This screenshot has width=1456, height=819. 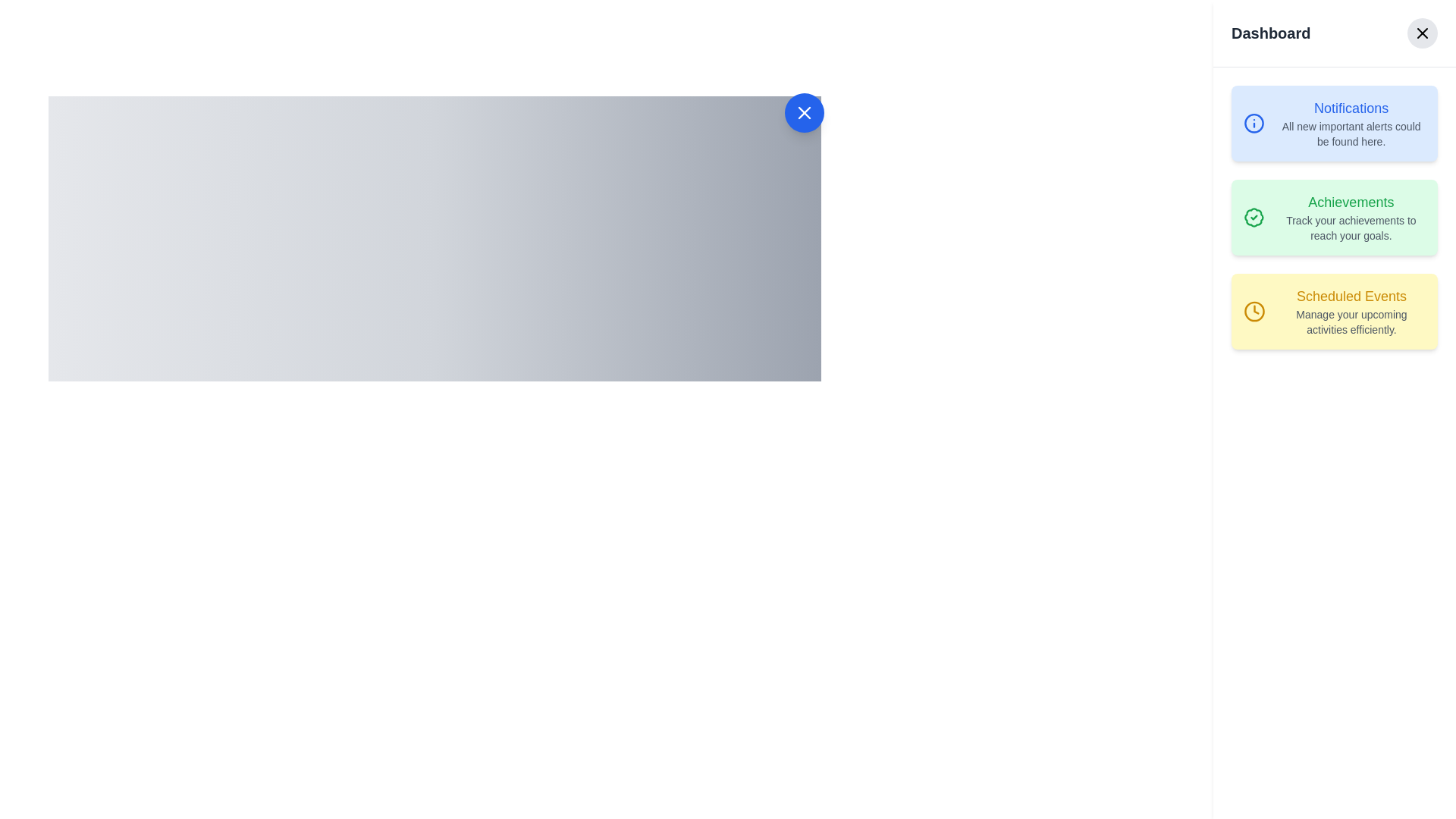 What do you see at coordinates (1351, 321) in the screenshot?
I see `the text element displaying 'Manage your upcoming activities efficiently.' which is located below the 'Scheduled Events' heading in a yellow box` at bounding box center [1351, 321].